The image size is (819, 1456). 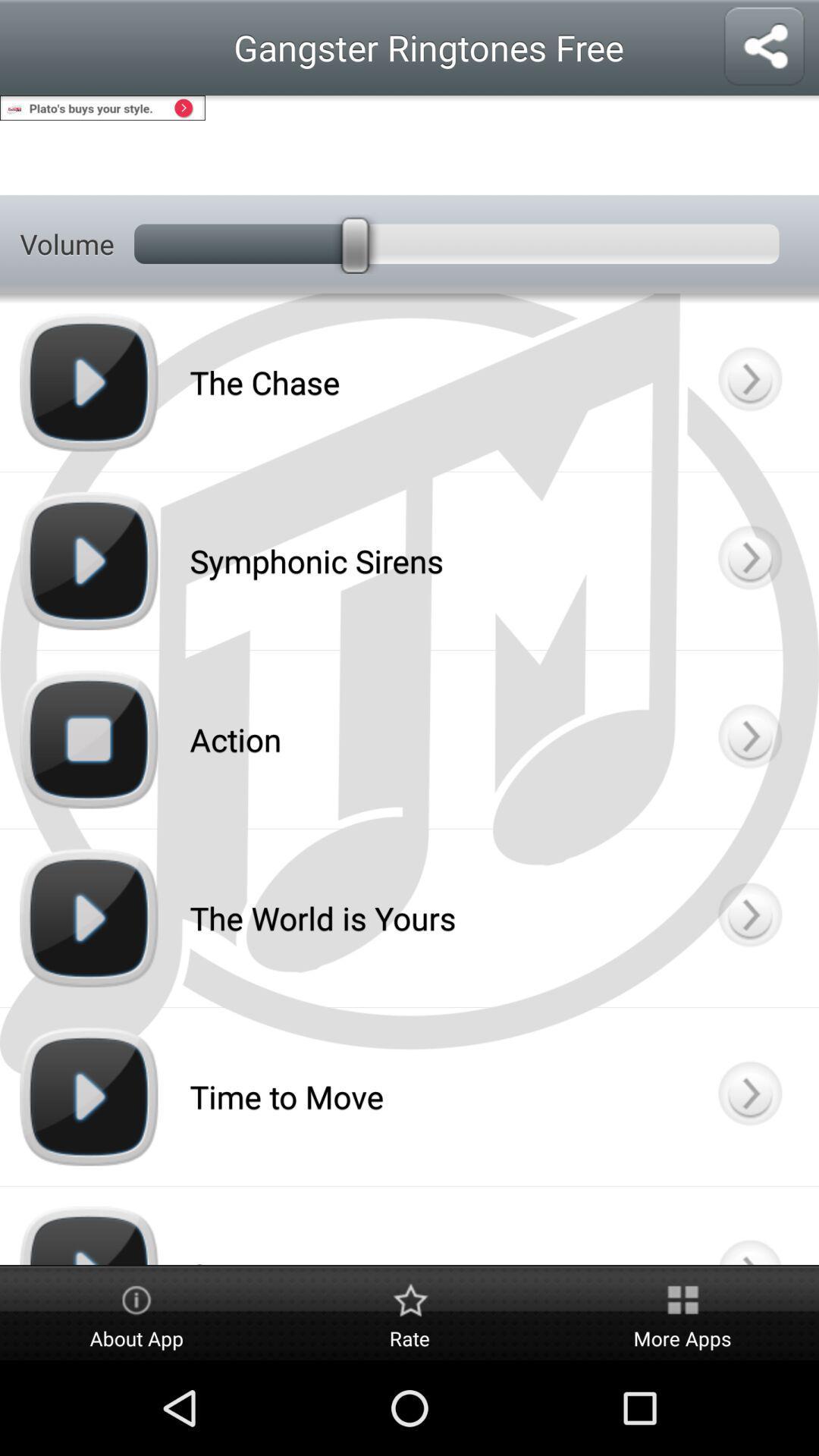 What do you see at coordinates (764, 47) in the screenshot?
I see `share the ringtones` at bounding box center [764, 47].